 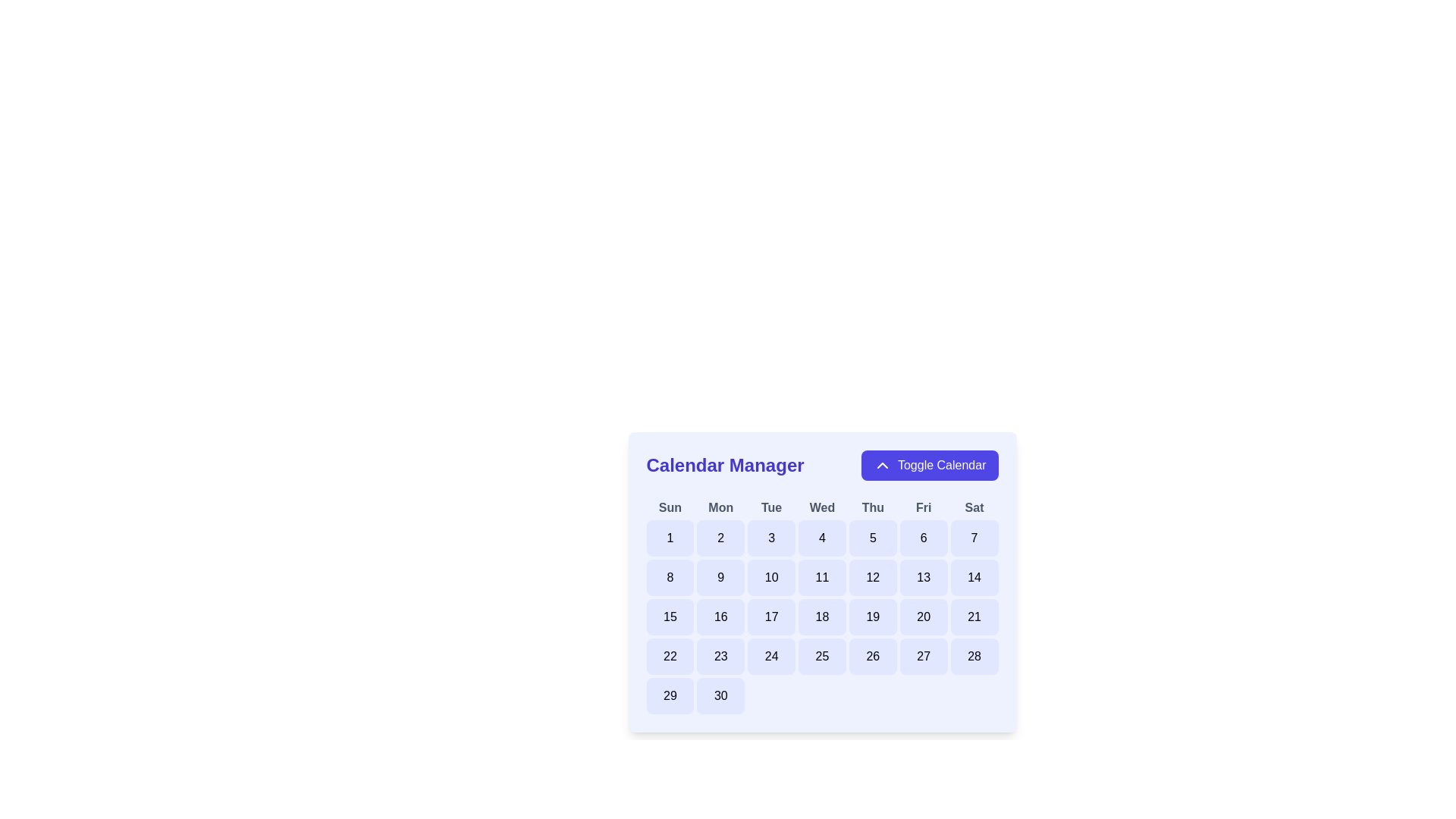 What do you see at coordinates (771, 537) in the screenshot?
I see `the interactive day '3' button in the calendar interface` at bounding box center [771, 537].